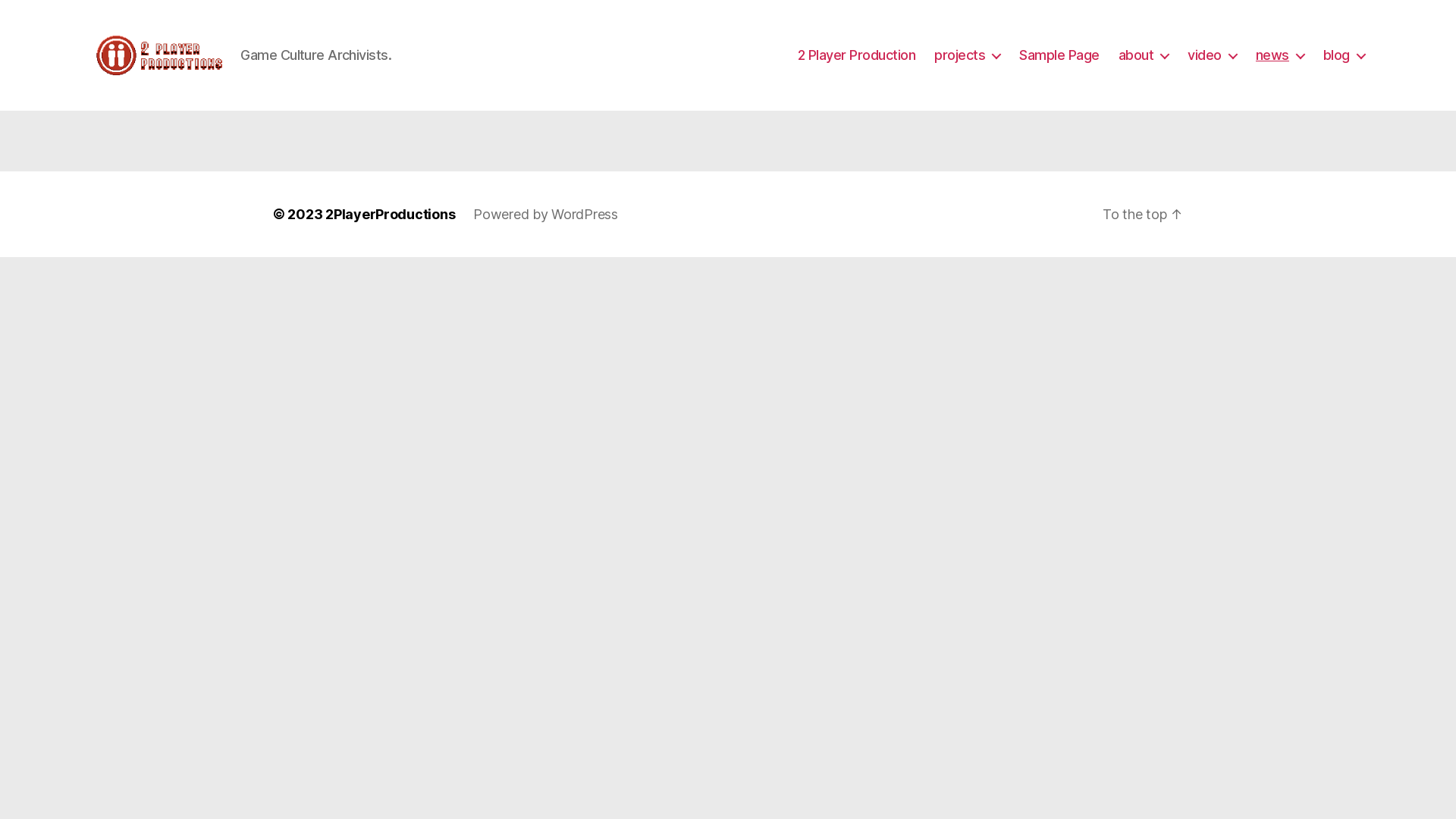 The image size is (1456, 819). Describe the element at coordinates (1058, 55) in the screenshot. I see `'Sample Page'` at that location.